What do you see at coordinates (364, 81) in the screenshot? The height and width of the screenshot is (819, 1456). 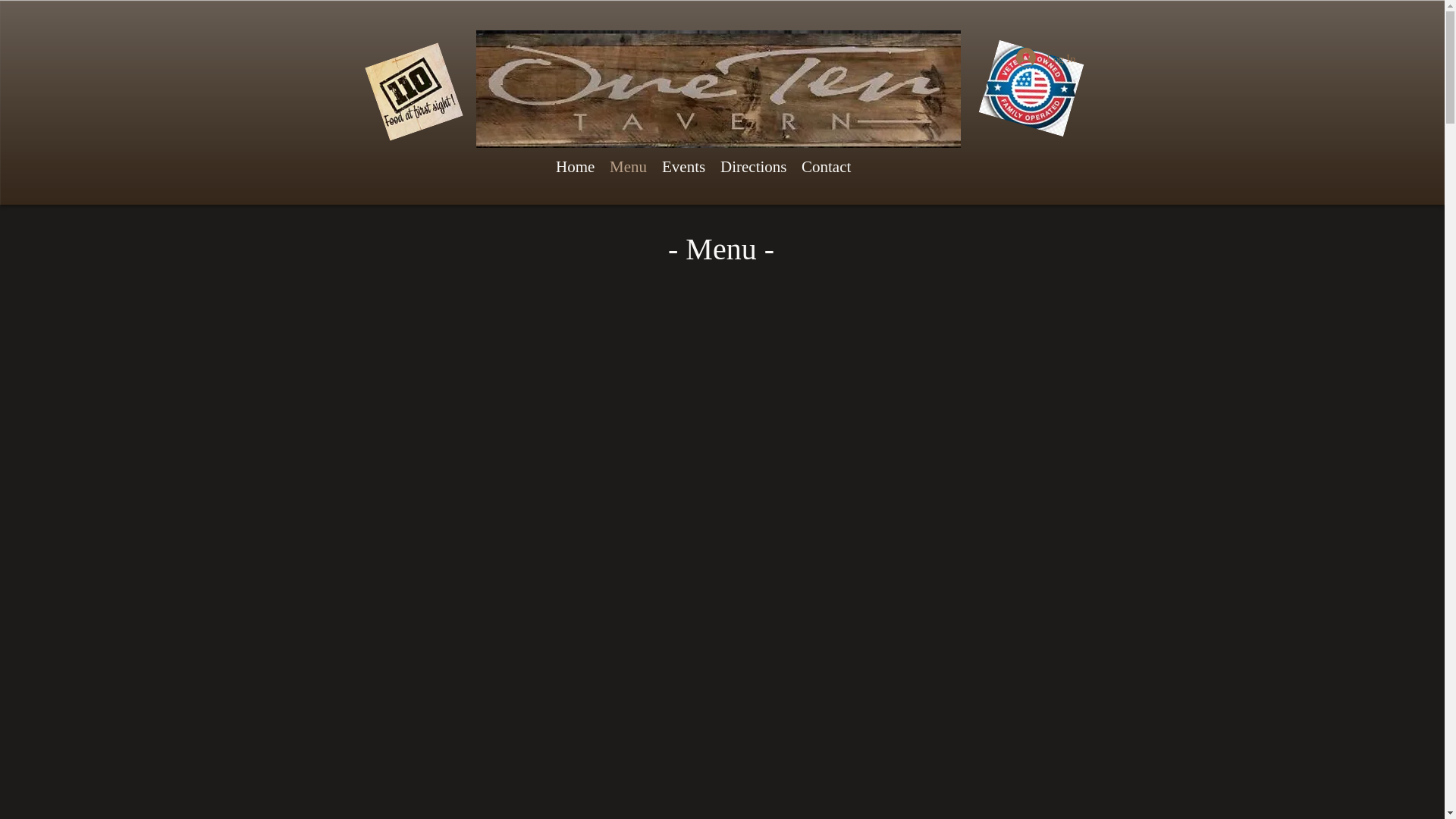 I see `'Food At first sight.jpg'` at bounding box center [364, 81].